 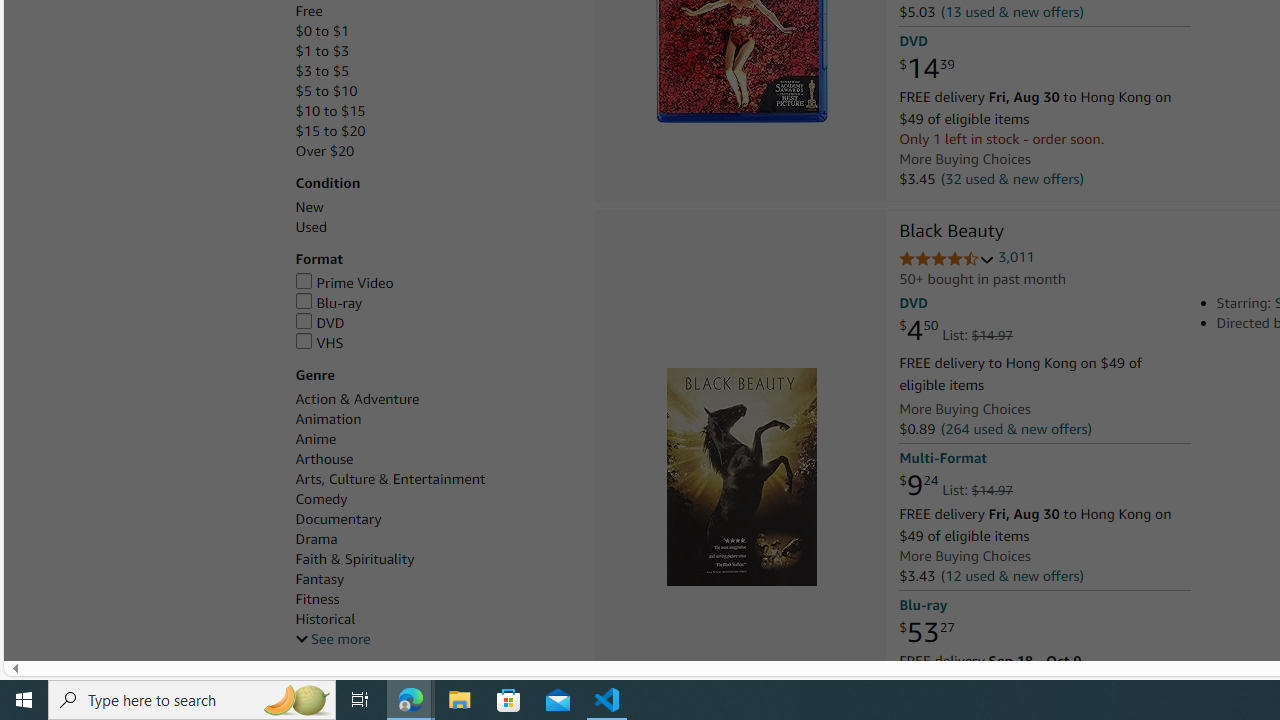 I want to click on '(264 used & new offers)', so click(x=1015, y=428).